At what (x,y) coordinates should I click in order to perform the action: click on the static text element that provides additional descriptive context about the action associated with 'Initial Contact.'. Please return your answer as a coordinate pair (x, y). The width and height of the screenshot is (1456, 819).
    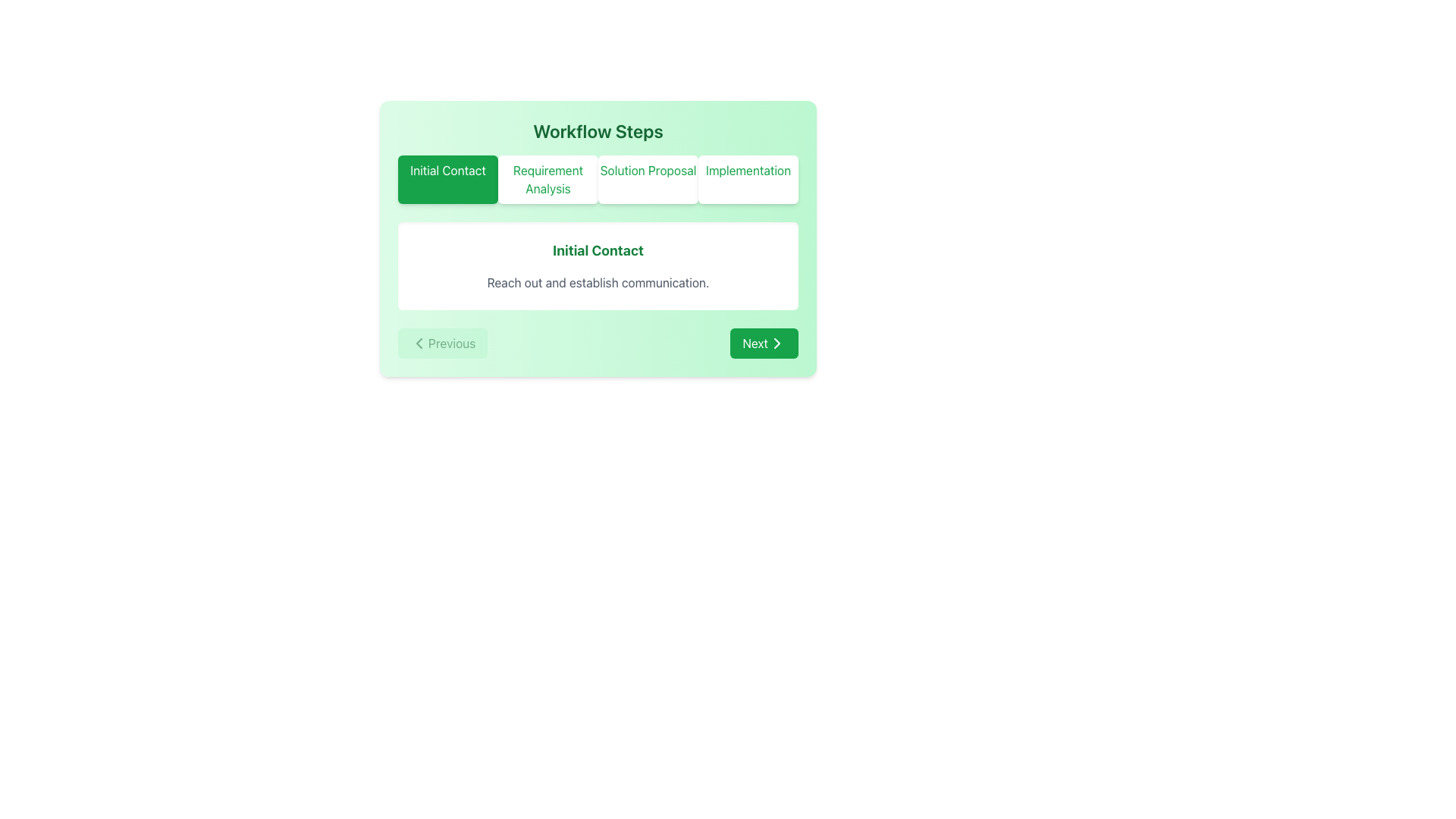
    Looking at the image, I should click on (597, 283).